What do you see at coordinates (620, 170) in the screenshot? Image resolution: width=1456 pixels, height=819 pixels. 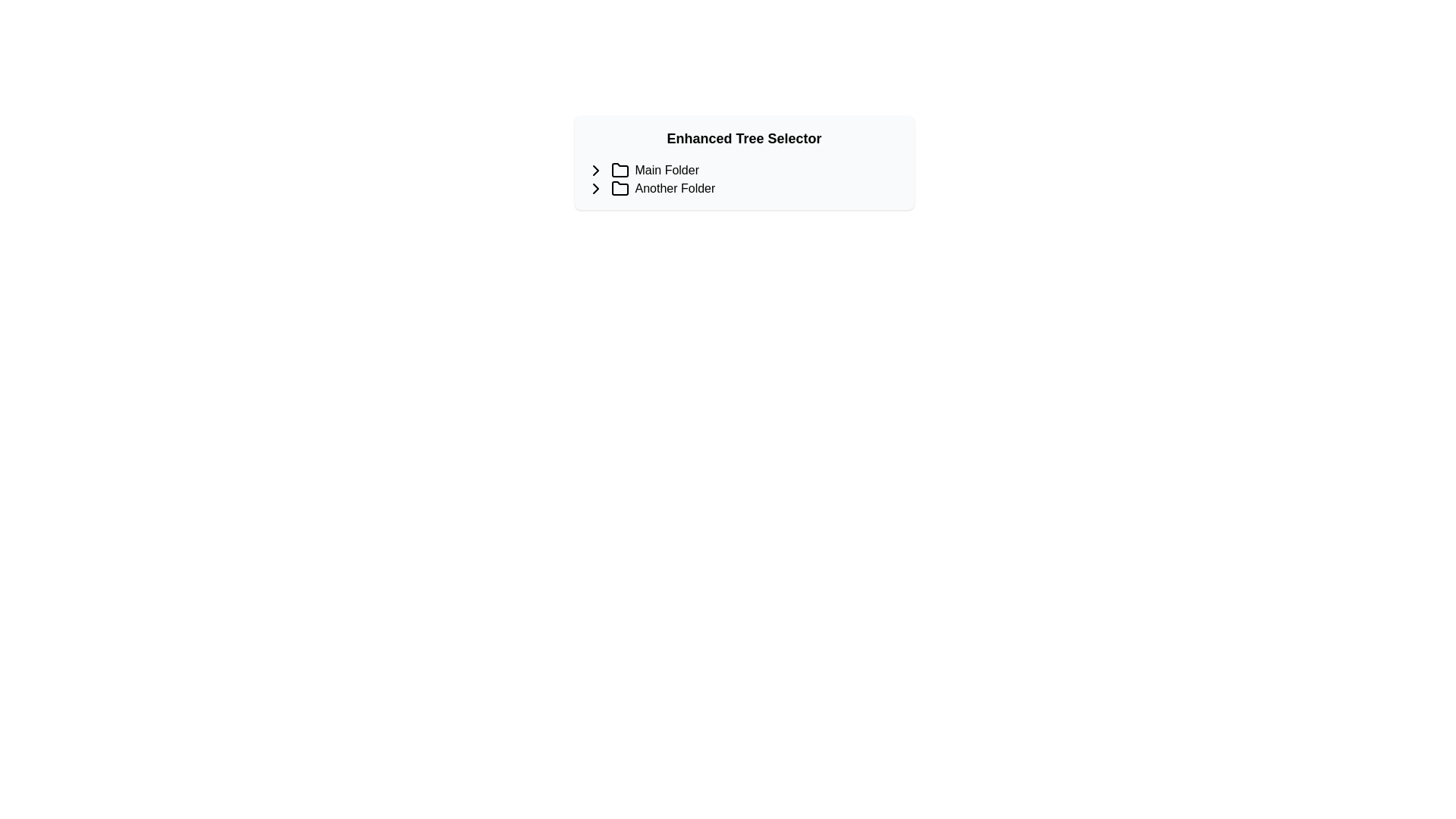 I see `the folder icon located to the left of the 'Main Folder' label in the 'Enhanced Tree Selector' list` at bounding box center [620, 170].